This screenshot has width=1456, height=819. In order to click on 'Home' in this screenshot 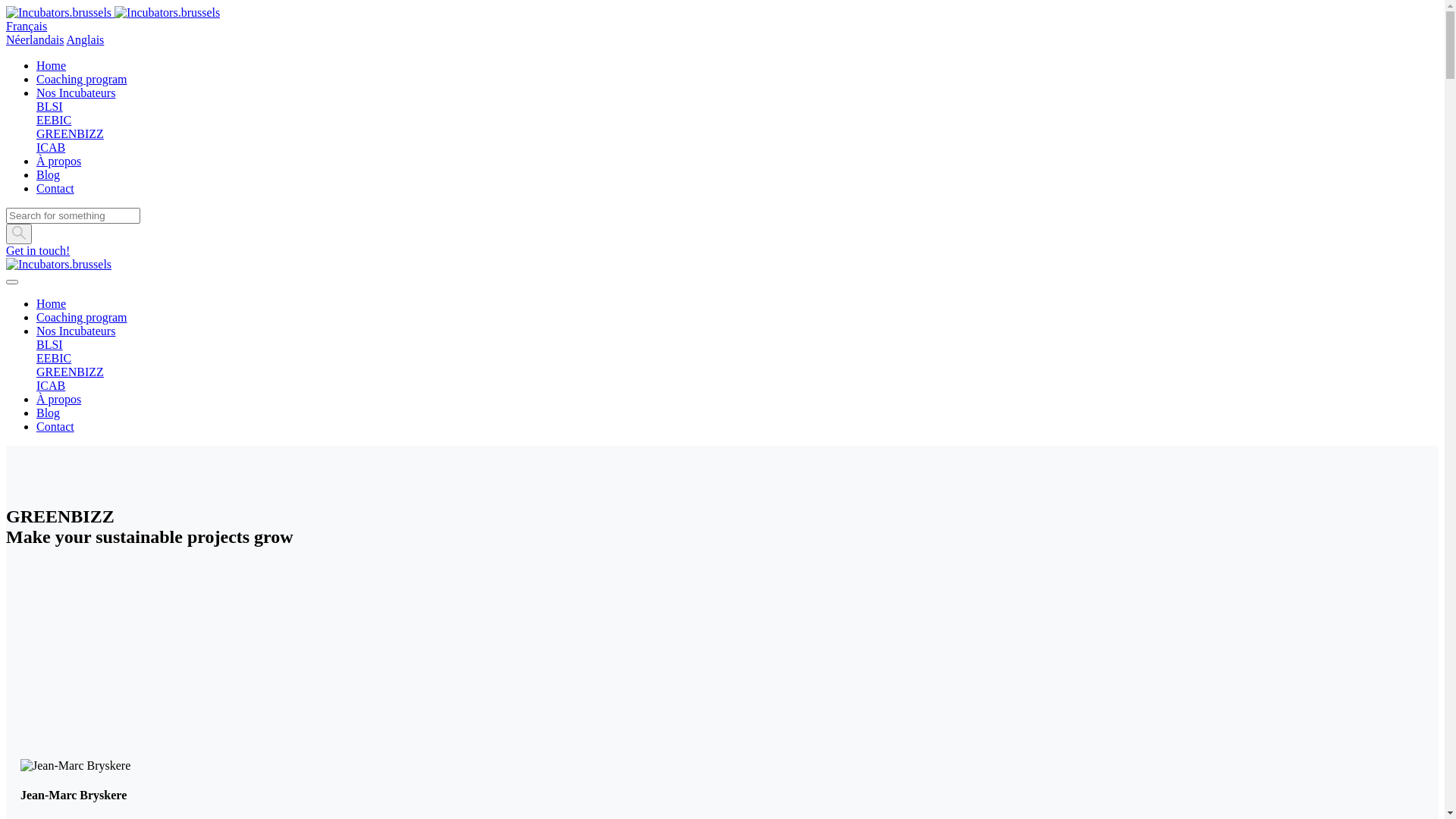, I will do `click(51, 64)`.